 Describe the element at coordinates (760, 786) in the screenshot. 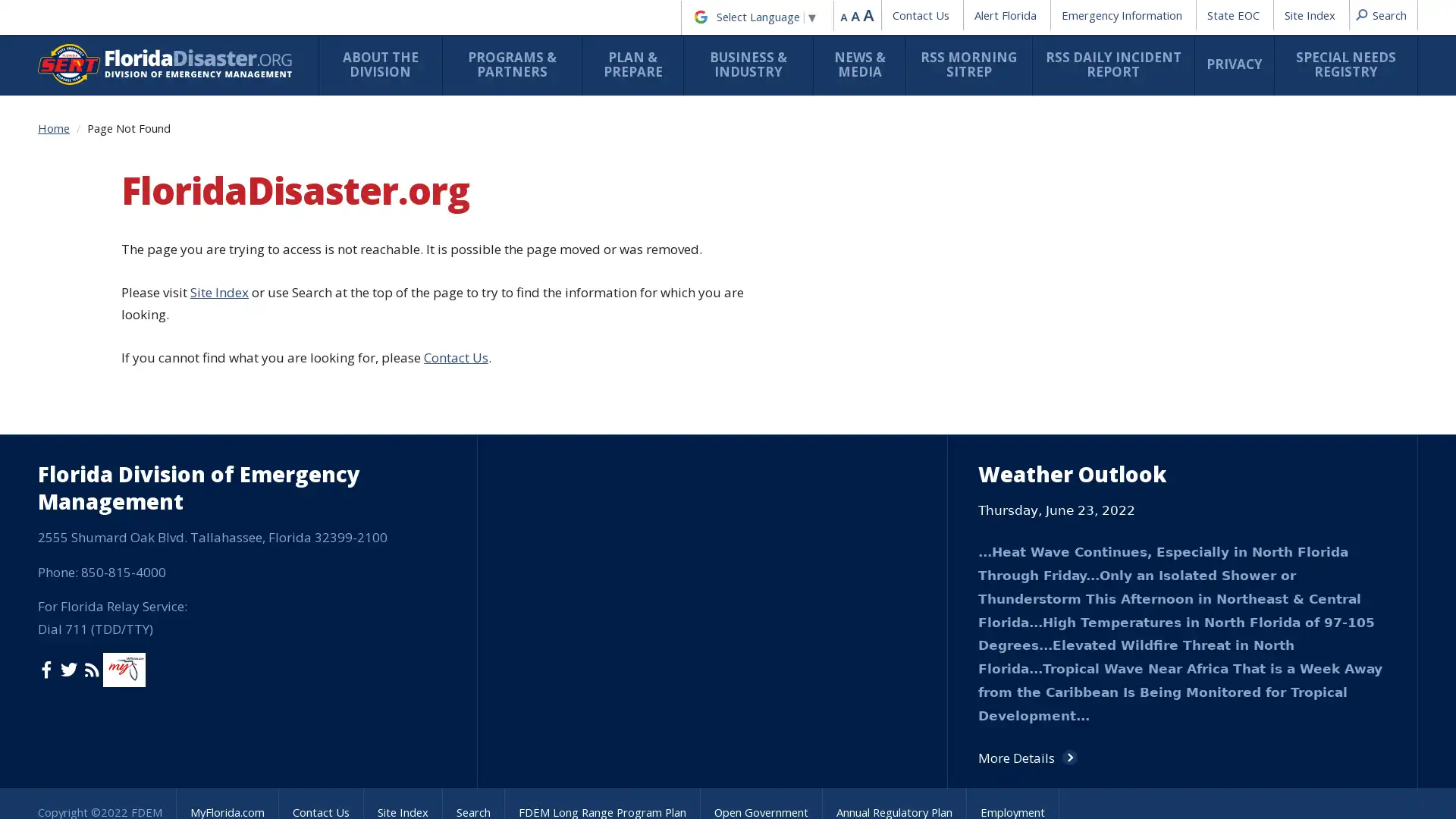

I see `Toggle More` at that location.